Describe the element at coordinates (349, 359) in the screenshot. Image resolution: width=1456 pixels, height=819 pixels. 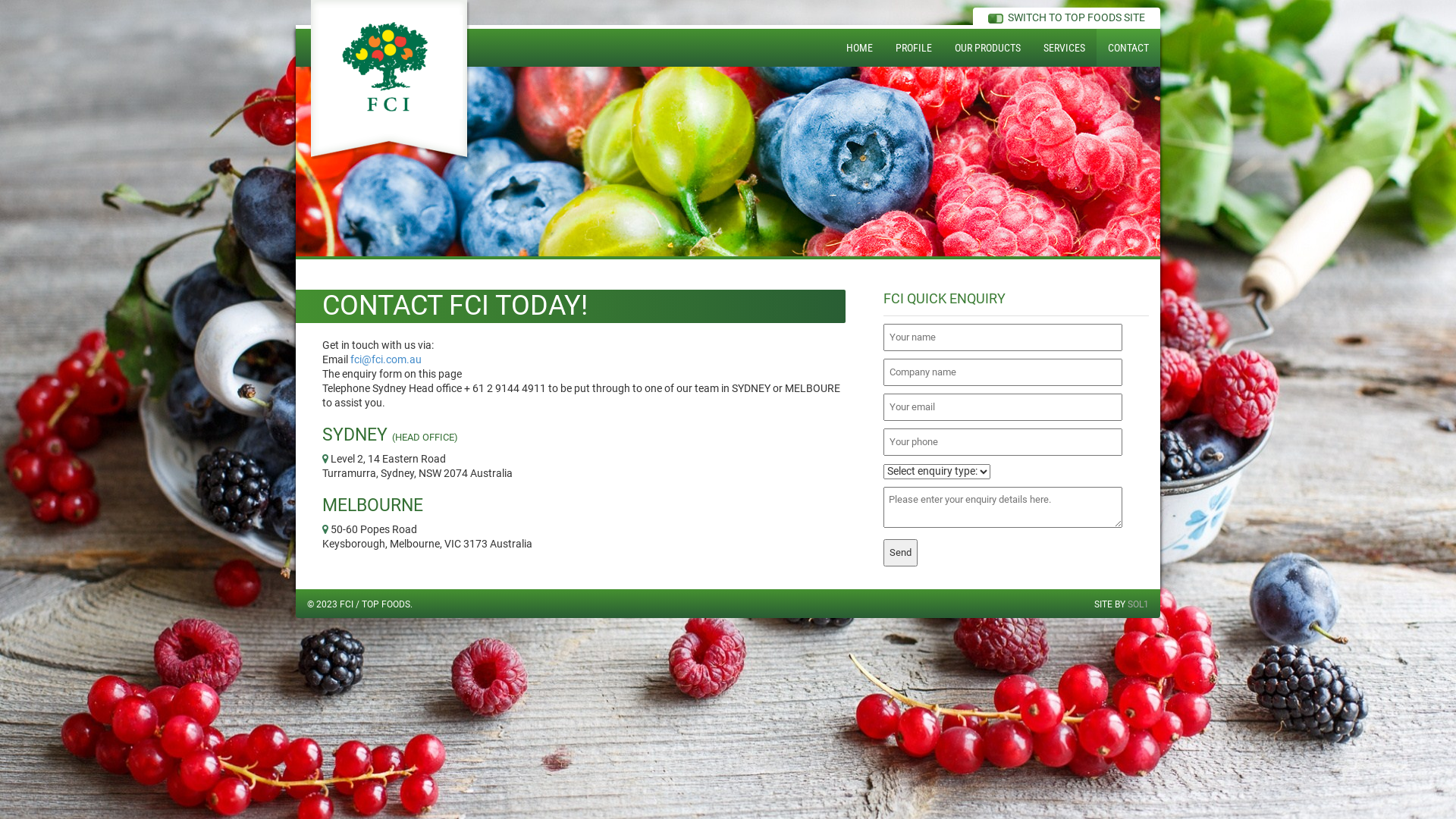
I see `'fci@fci.com.au'` at that location.